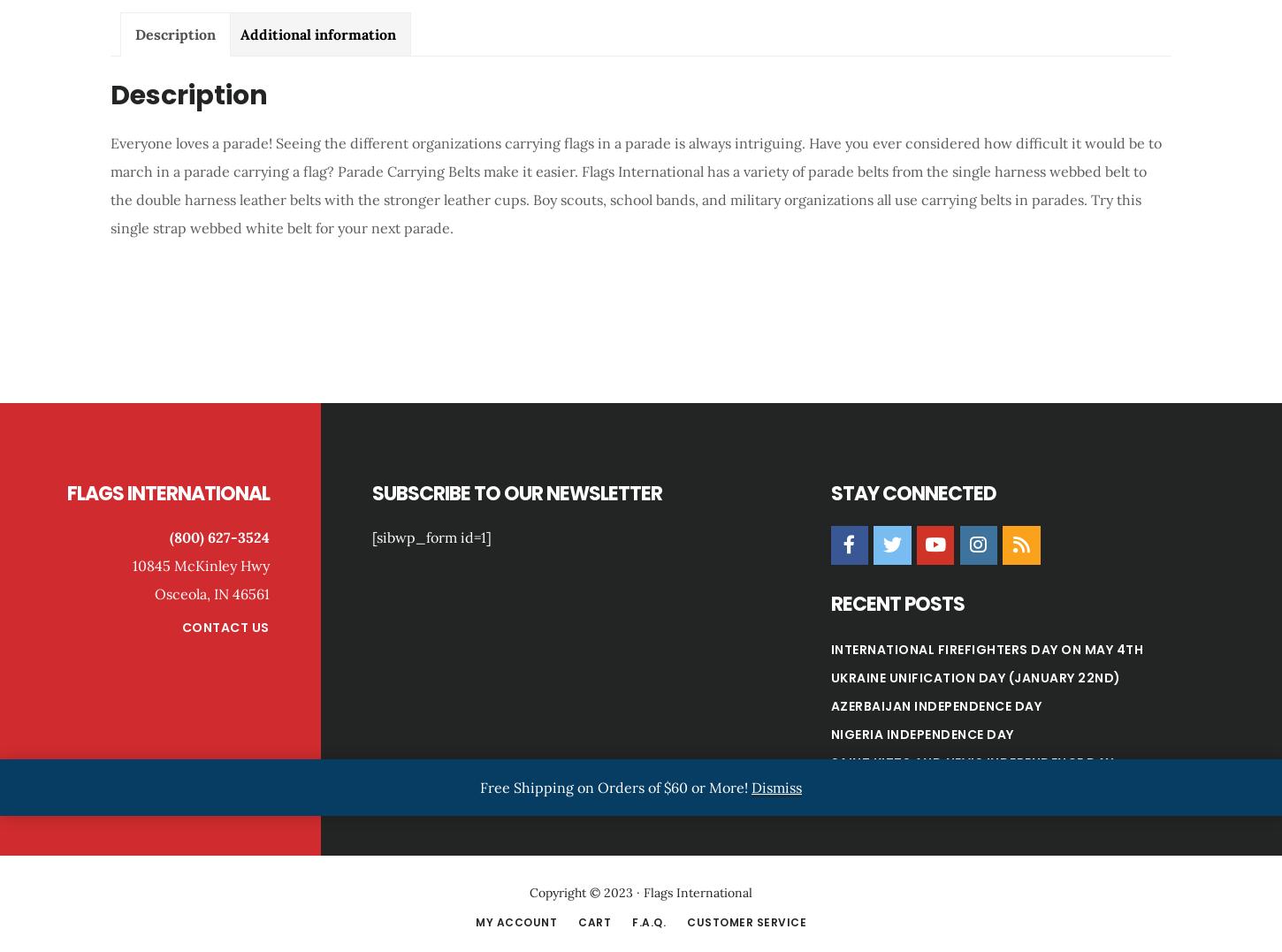 This screenshot has width=1282, height=952. I want to click on '[sibwp_form id=1]', so click(370, 536).